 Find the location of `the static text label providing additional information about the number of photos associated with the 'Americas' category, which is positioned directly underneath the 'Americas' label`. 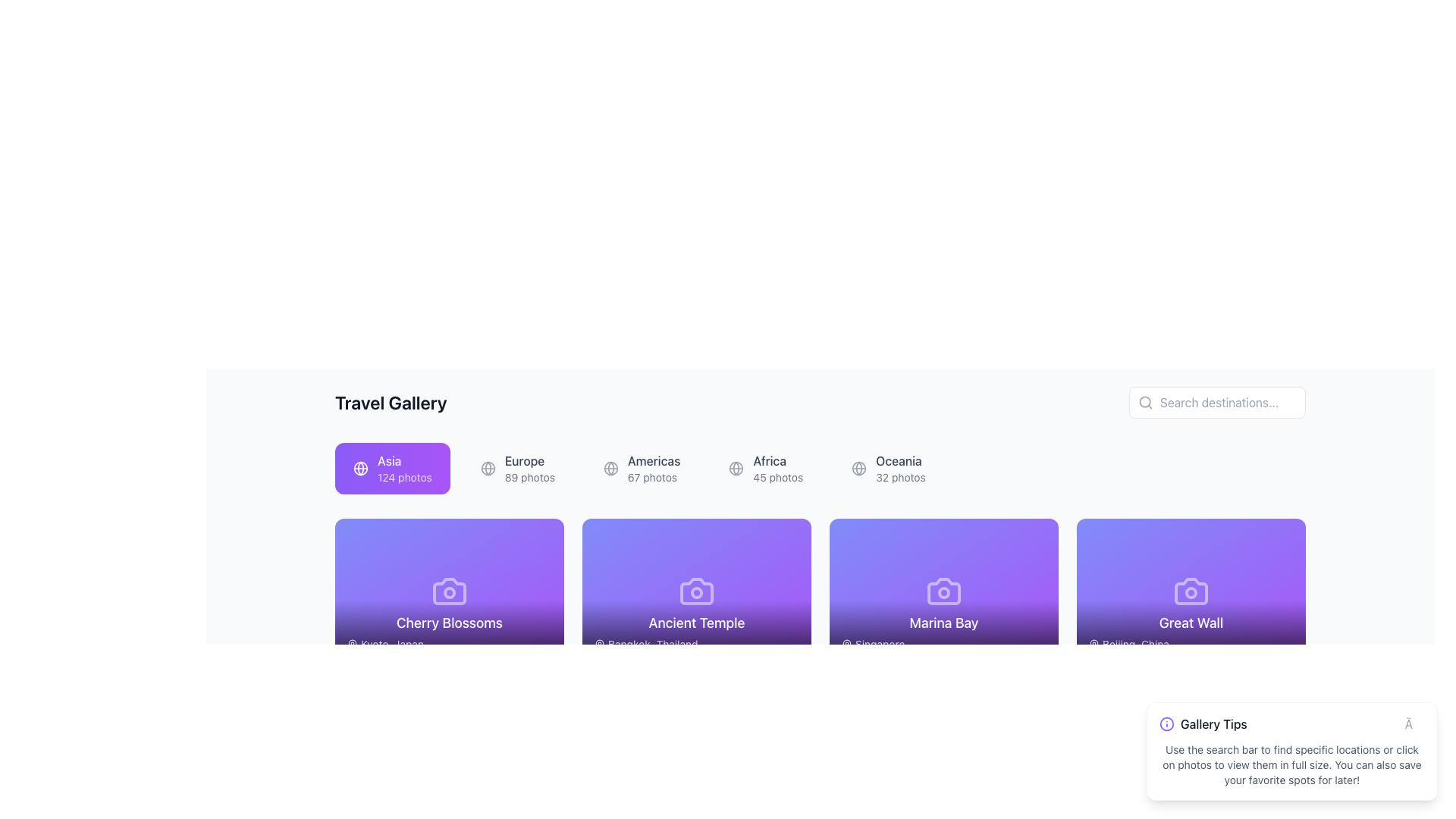

the static text label providing additional information about the number of photos associated with the 'Americas' category, which is positioned directly underneath the 'Americas' label is located at coordinates (654, 476).